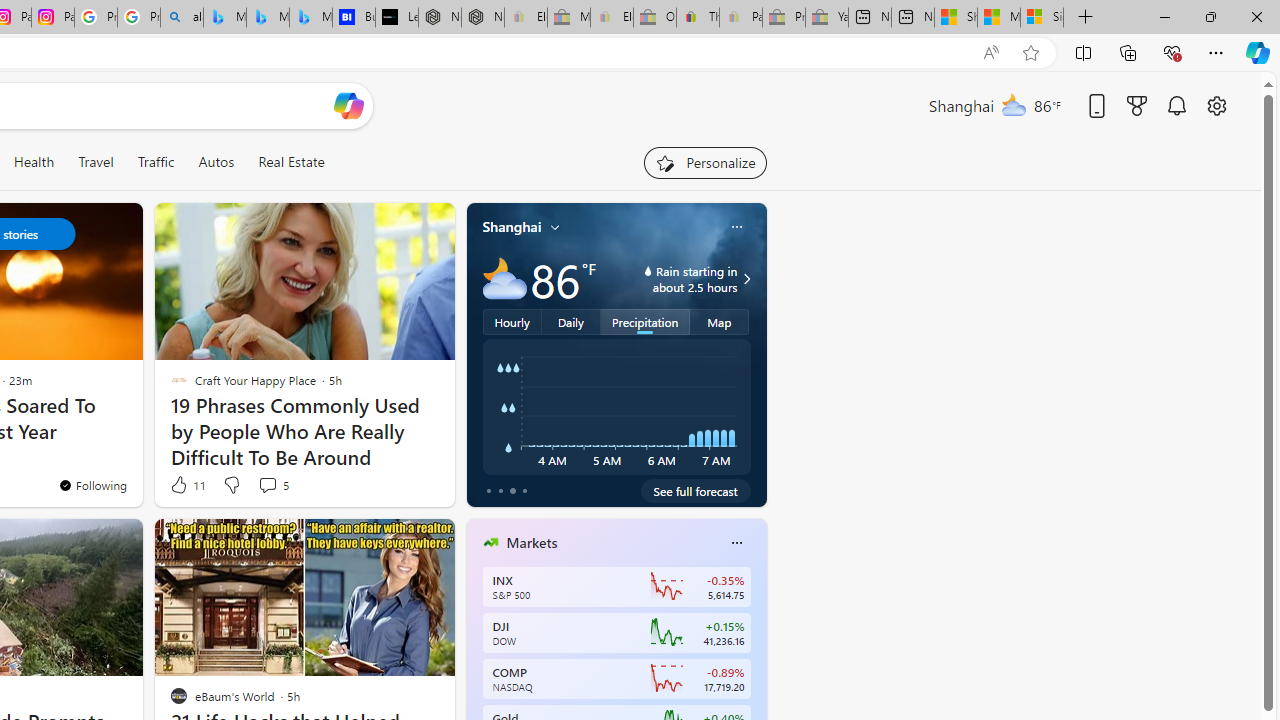 The height and width of the screenshot is (720, 1280). Describe the element at coordinates (310, 17) in the screenshot. I see `'Microsoft Bing Travel - Shangri-La Hotel Bangkok'` at that location.